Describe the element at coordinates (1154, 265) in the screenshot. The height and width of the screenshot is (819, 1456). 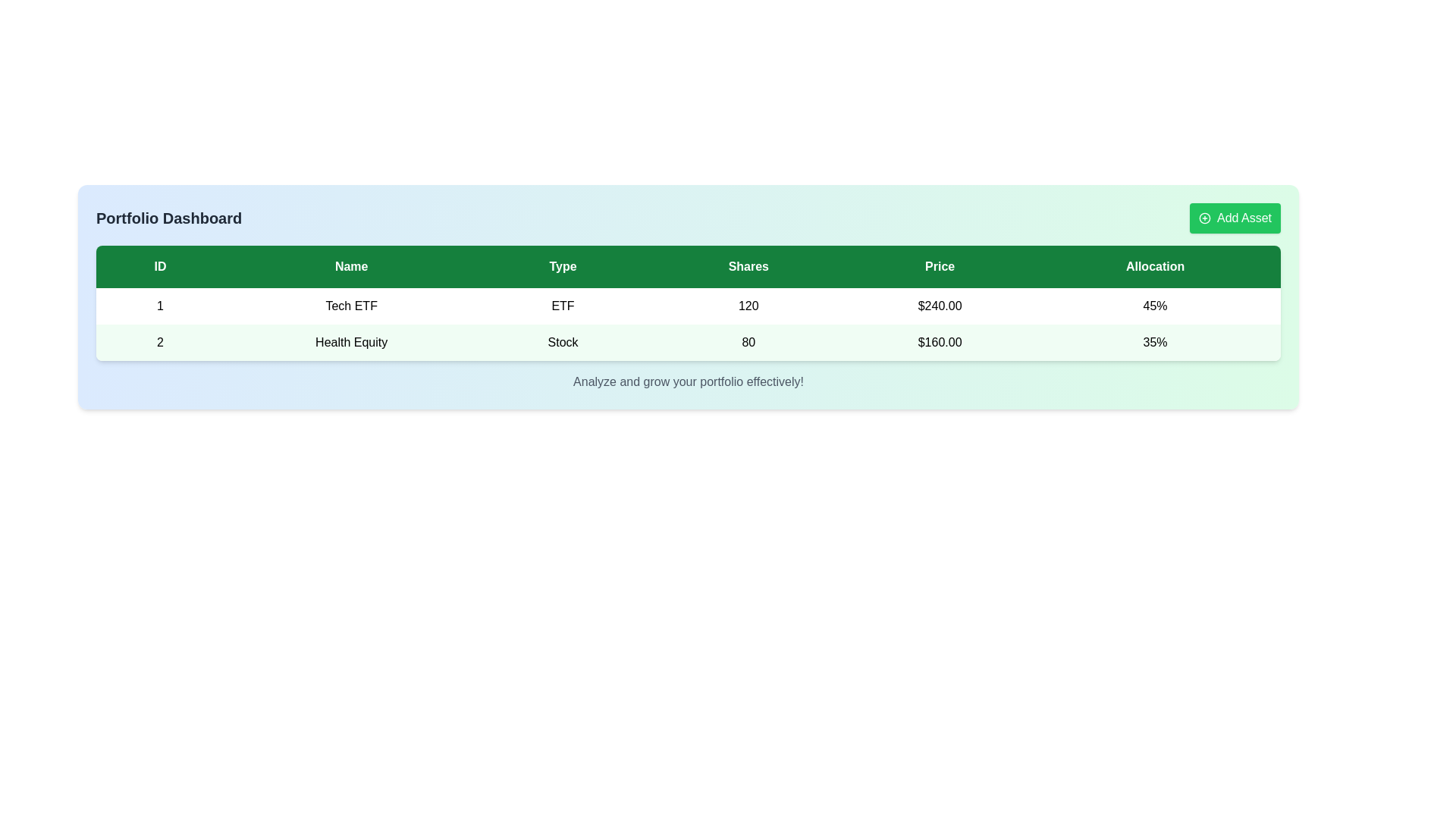
I see `the 'Allocation' table header located at the far right of the header row to sort the column` at that location.